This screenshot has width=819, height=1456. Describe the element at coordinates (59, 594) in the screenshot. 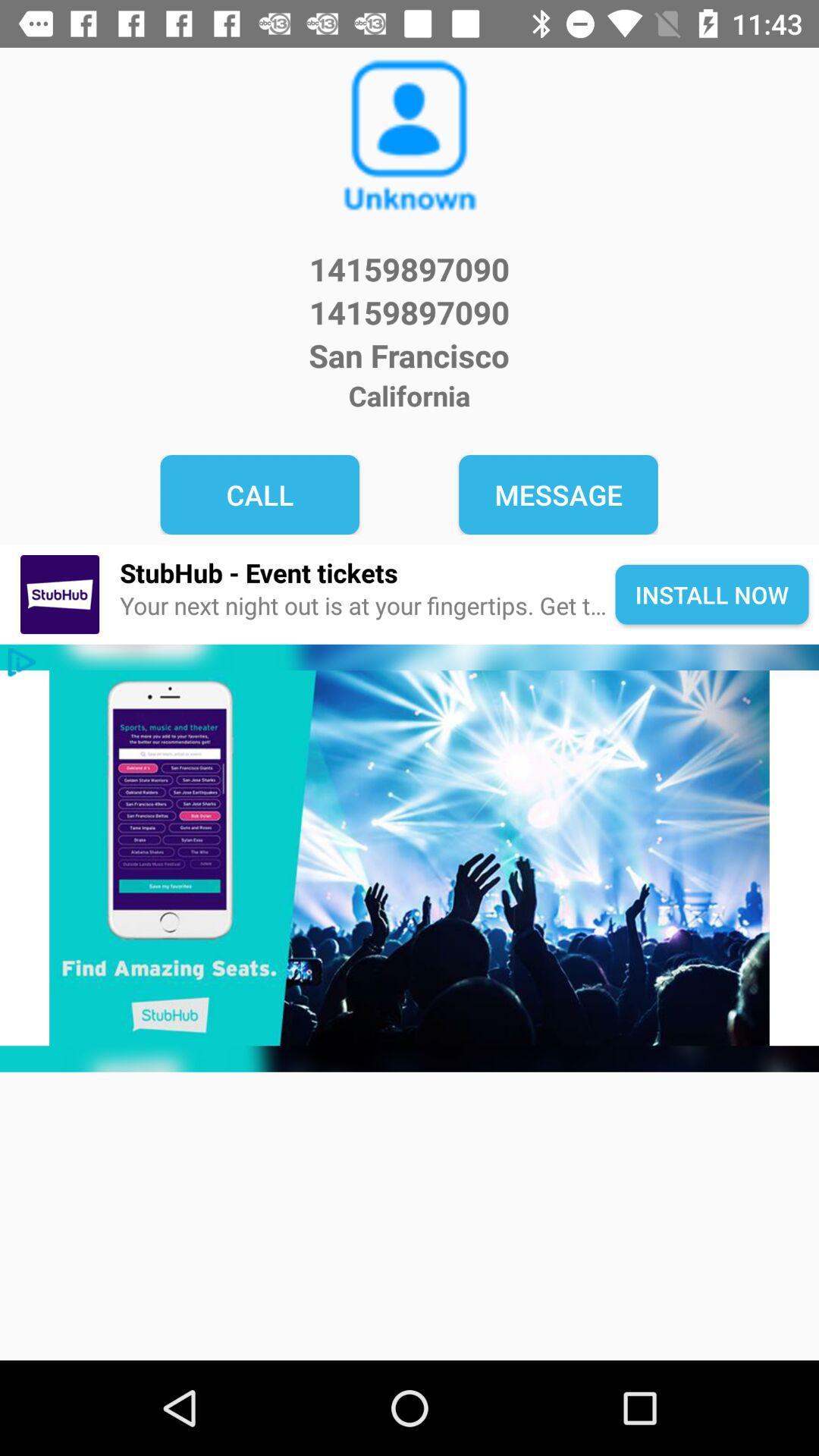

I see `the icon to the left of the stubhub - event tickets item` at that location.